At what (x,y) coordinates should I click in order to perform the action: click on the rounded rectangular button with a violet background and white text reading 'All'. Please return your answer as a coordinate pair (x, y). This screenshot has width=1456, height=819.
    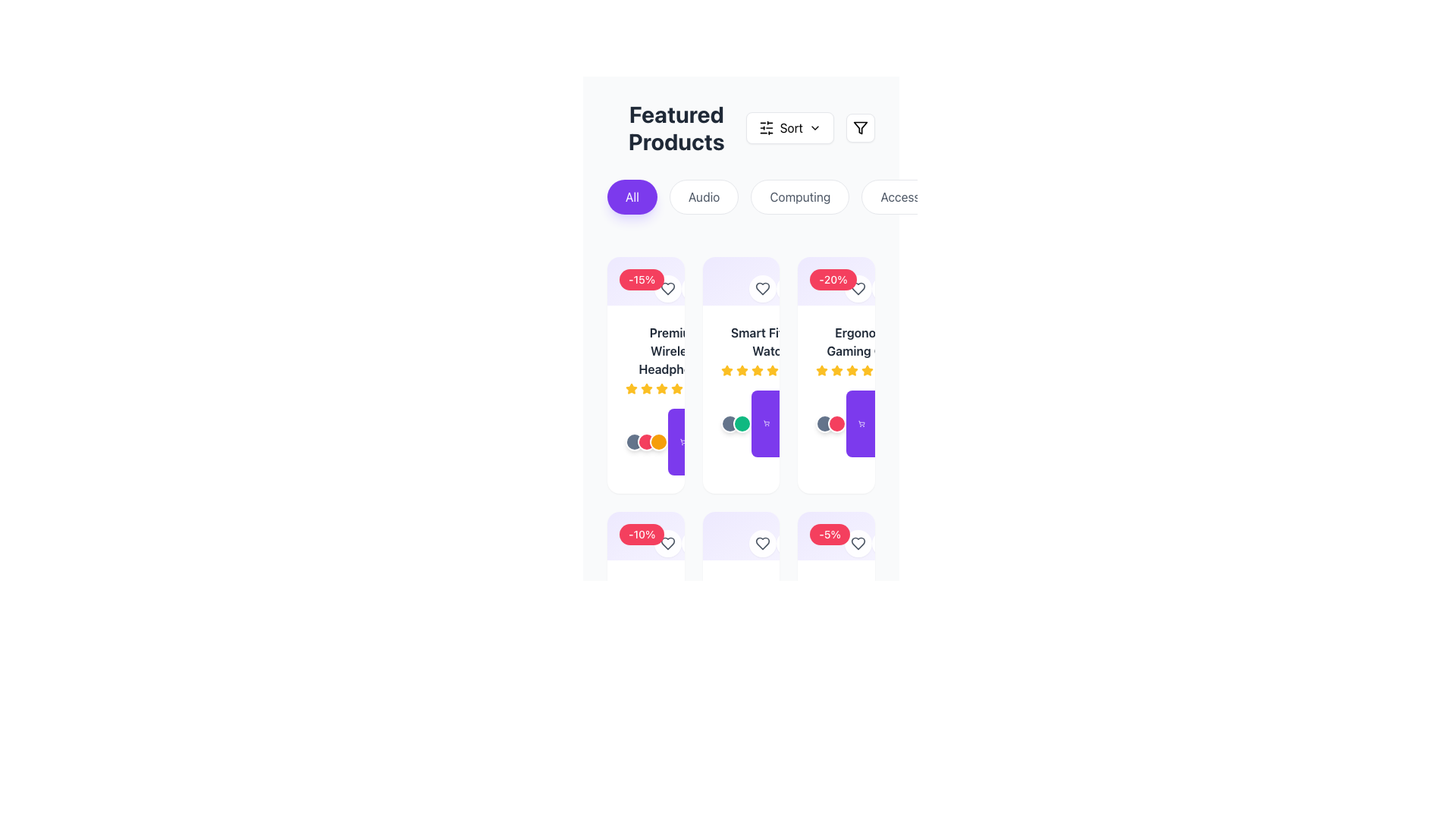
    Looking at the image, I should click on (632, 196).